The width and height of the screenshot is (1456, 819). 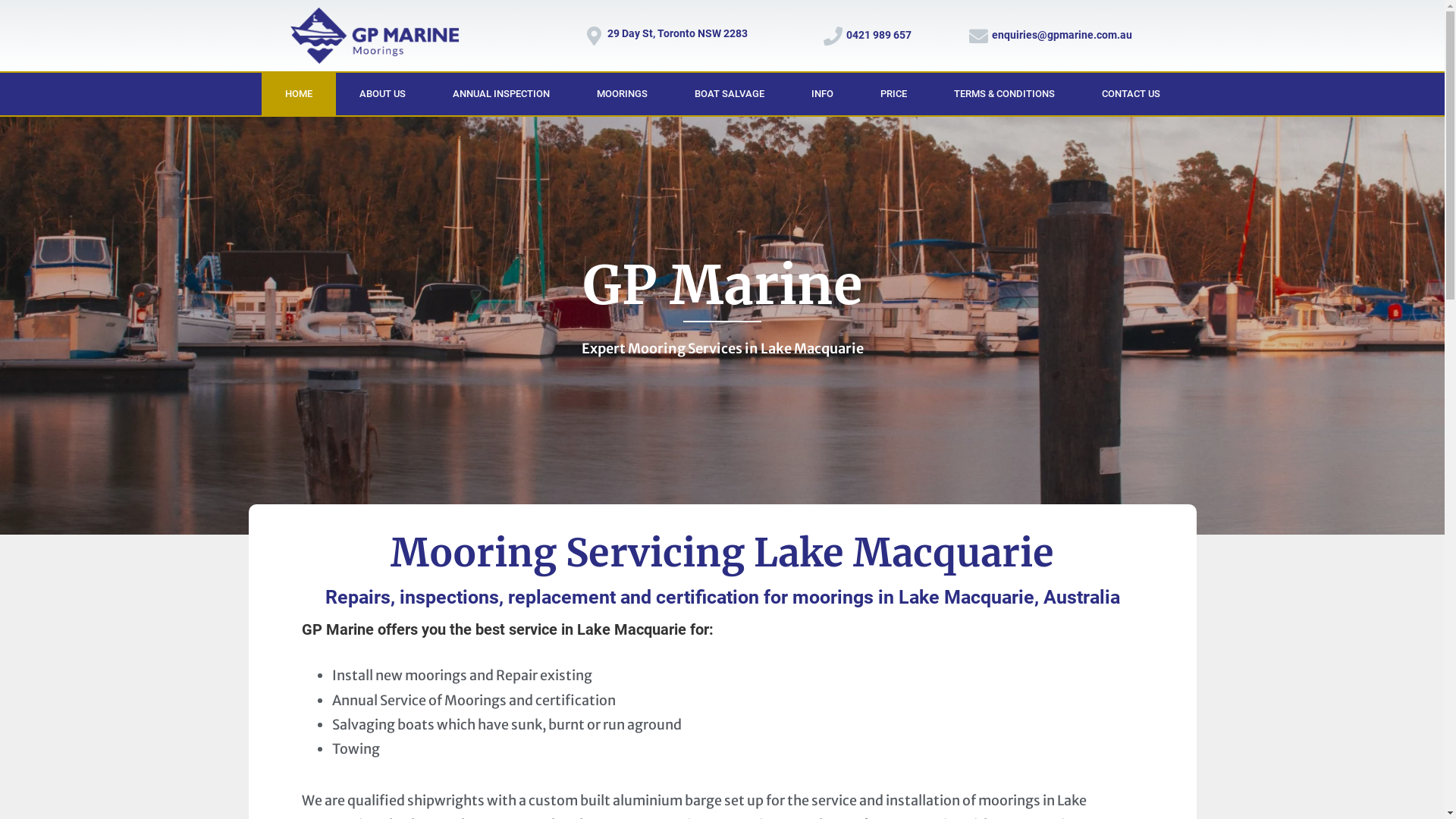 What do you see at coordinates (846, 34) in the screenshot?
I see `'0421 989 657'` at bounding box center [846, 34].